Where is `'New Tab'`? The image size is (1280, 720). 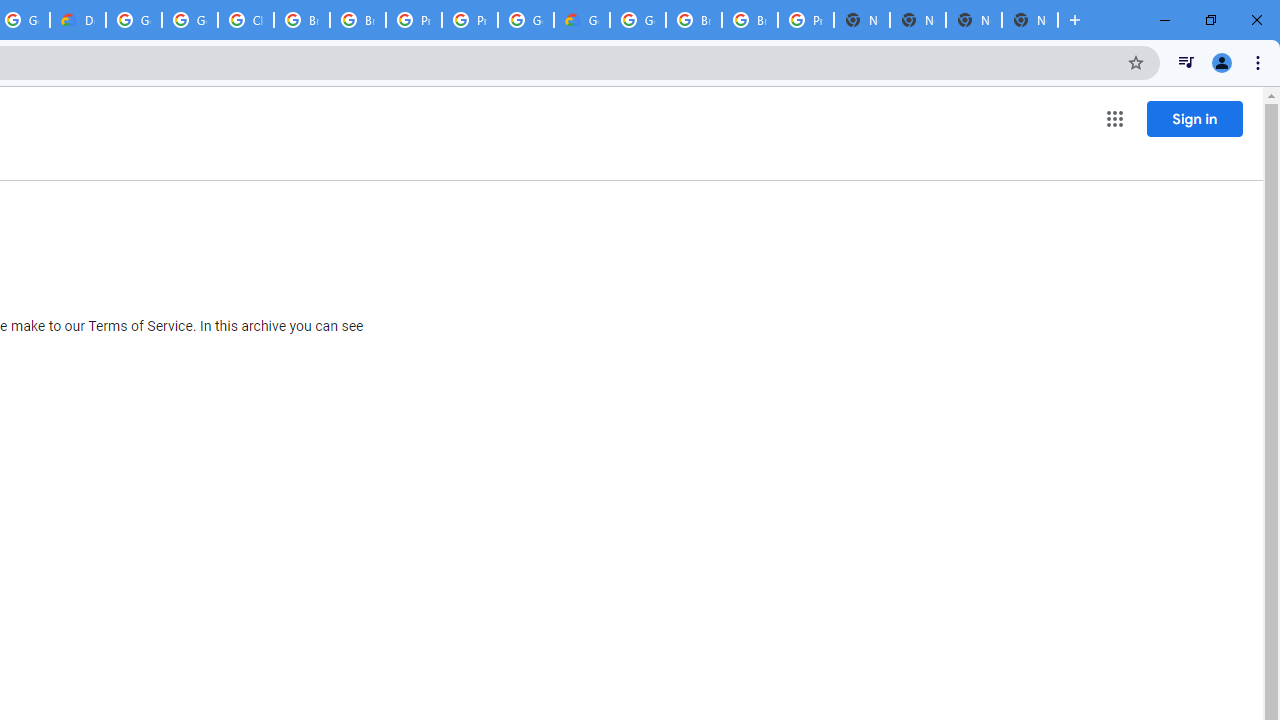 'New Tab' is located at coordinates (974, 20).